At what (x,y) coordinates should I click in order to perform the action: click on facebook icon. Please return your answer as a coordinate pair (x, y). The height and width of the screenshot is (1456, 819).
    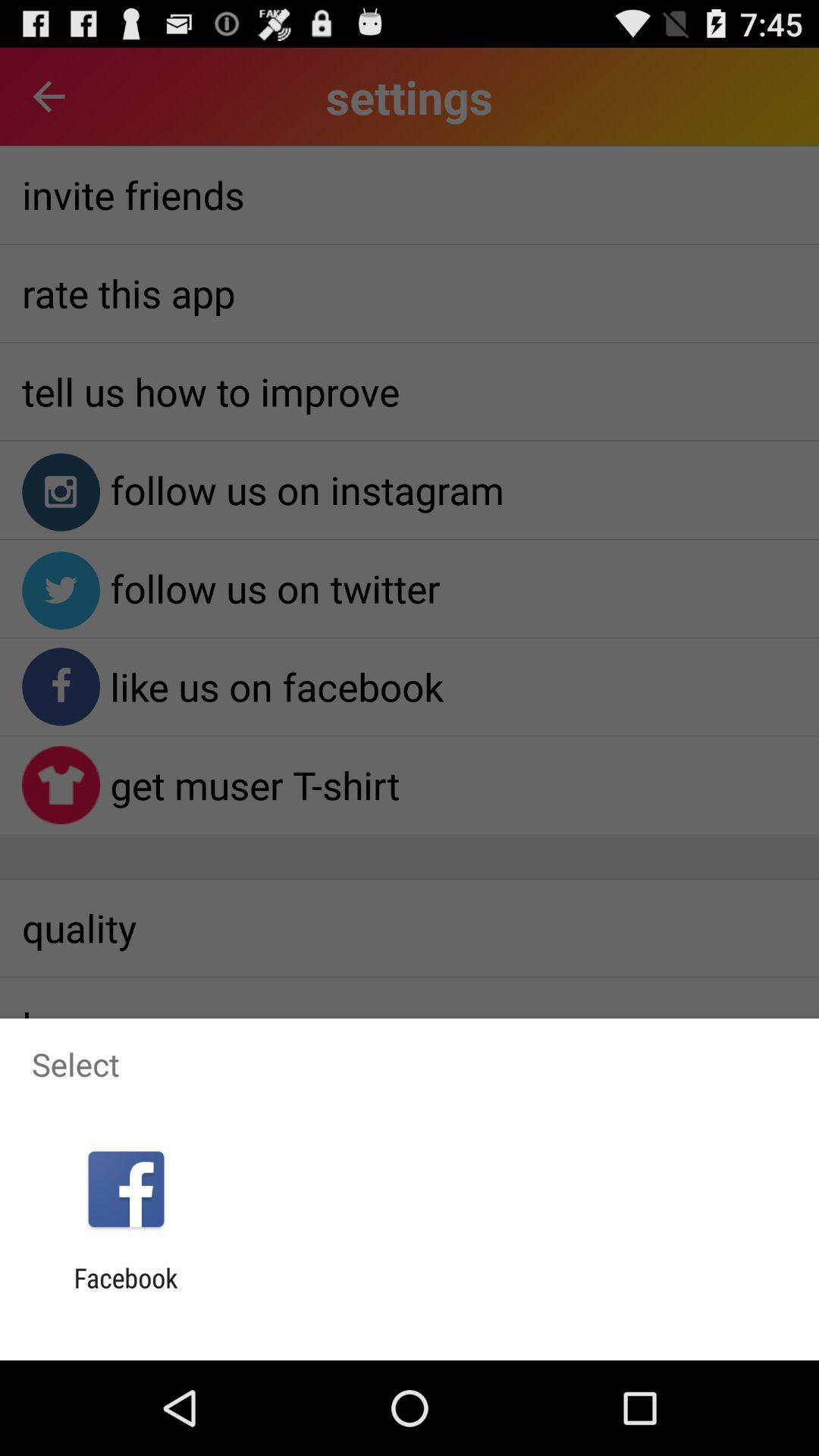
    Looking at the image, I should click on (125, 1293).